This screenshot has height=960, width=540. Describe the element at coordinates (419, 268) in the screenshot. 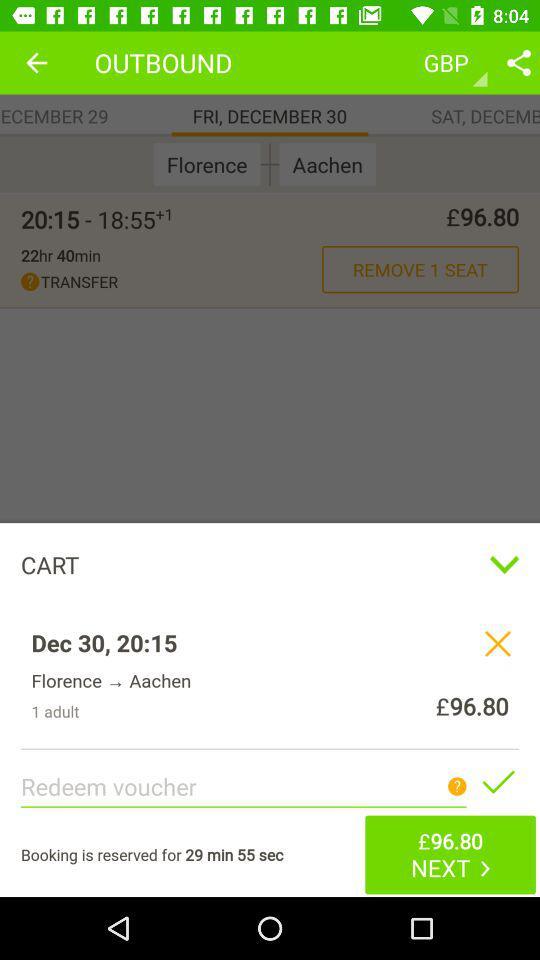

I see `orange colour text next to transfer` at that location.